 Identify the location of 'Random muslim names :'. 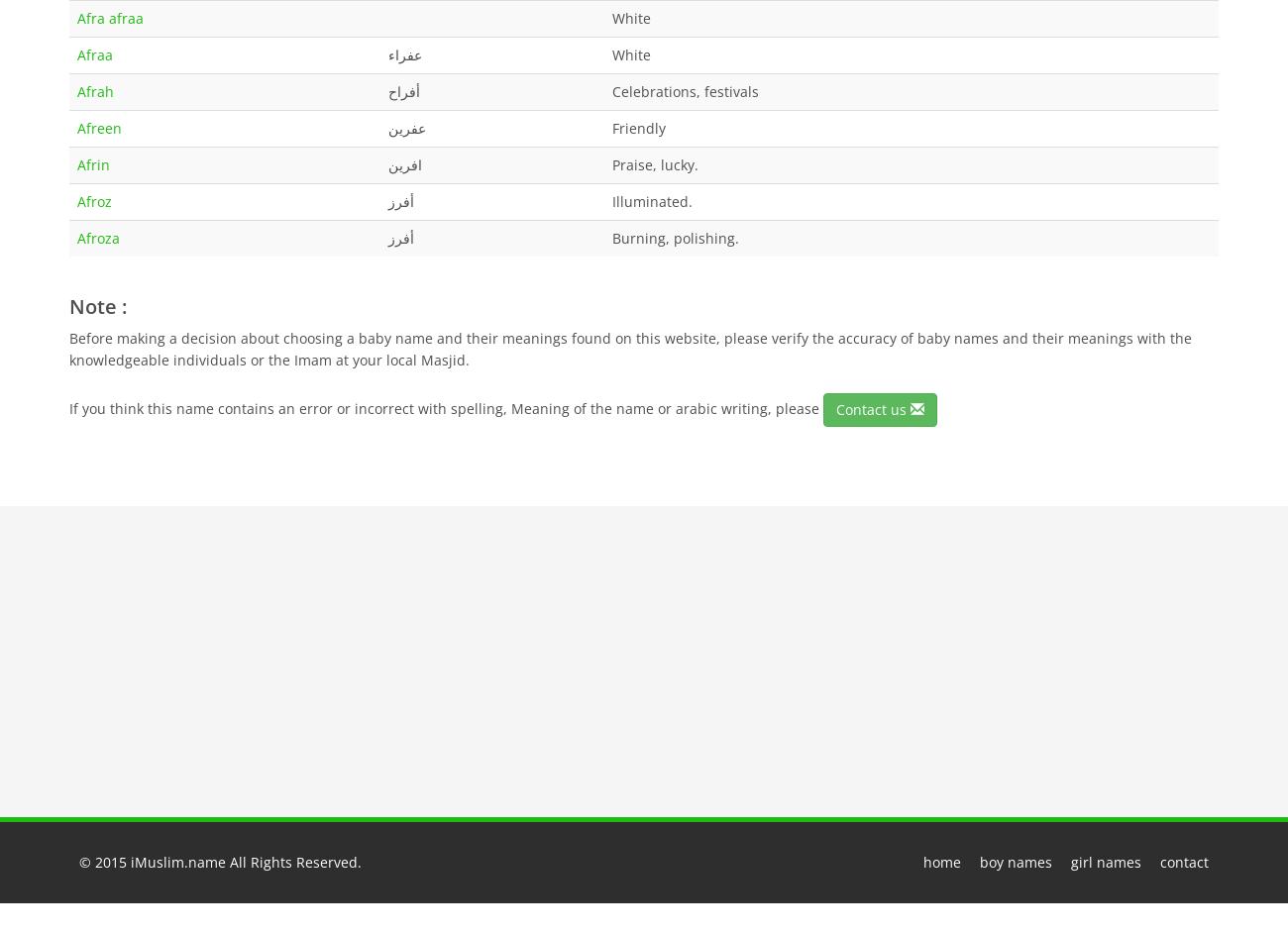
(182, 605).